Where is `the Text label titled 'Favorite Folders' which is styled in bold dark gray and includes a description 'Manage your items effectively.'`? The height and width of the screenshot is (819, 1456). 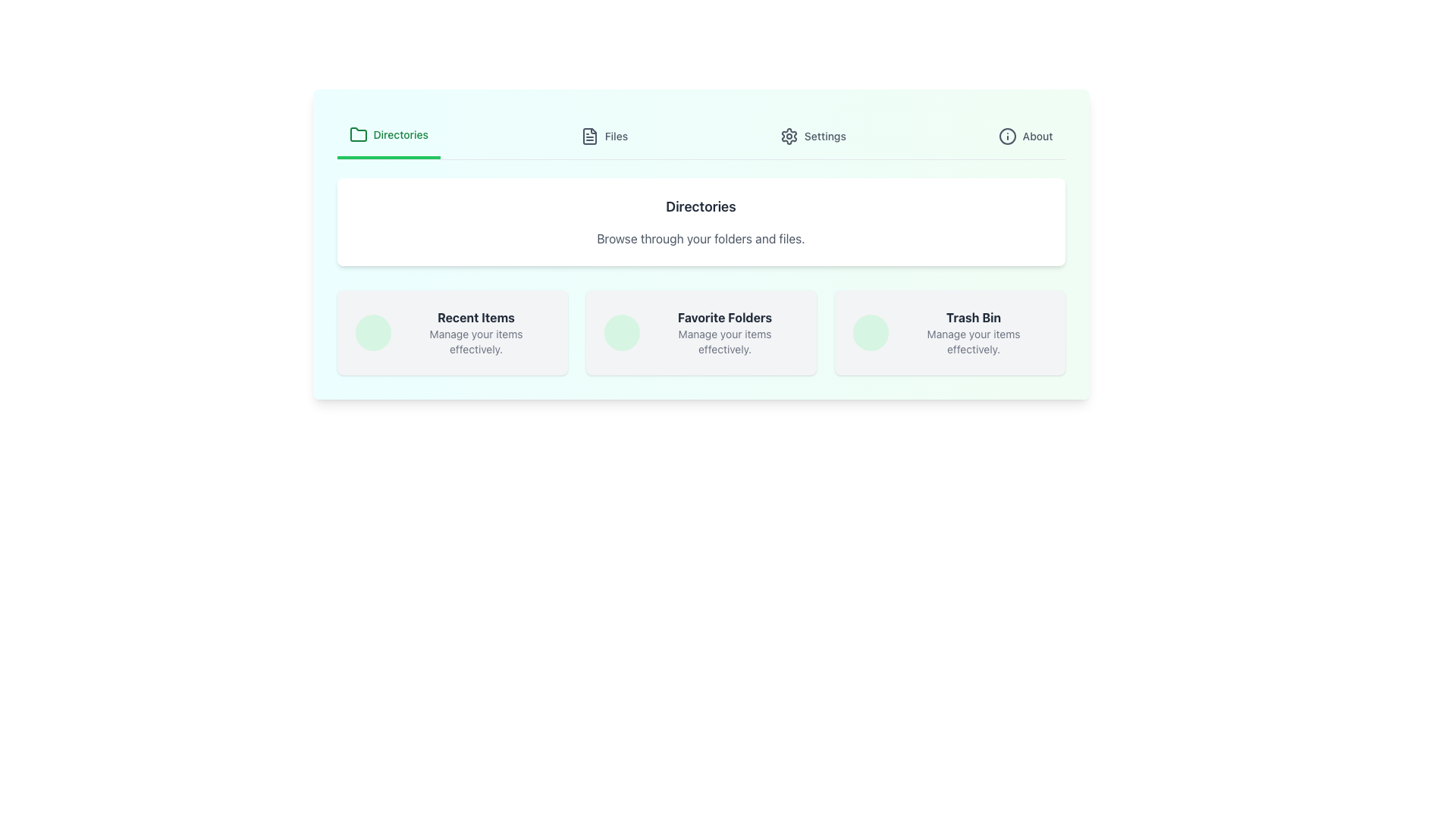 the Text label titled 'Favorite Folders' which is styled in bold dark gray and includes a description 'Manage your items effectively.' is located at coordinates (723, 332).